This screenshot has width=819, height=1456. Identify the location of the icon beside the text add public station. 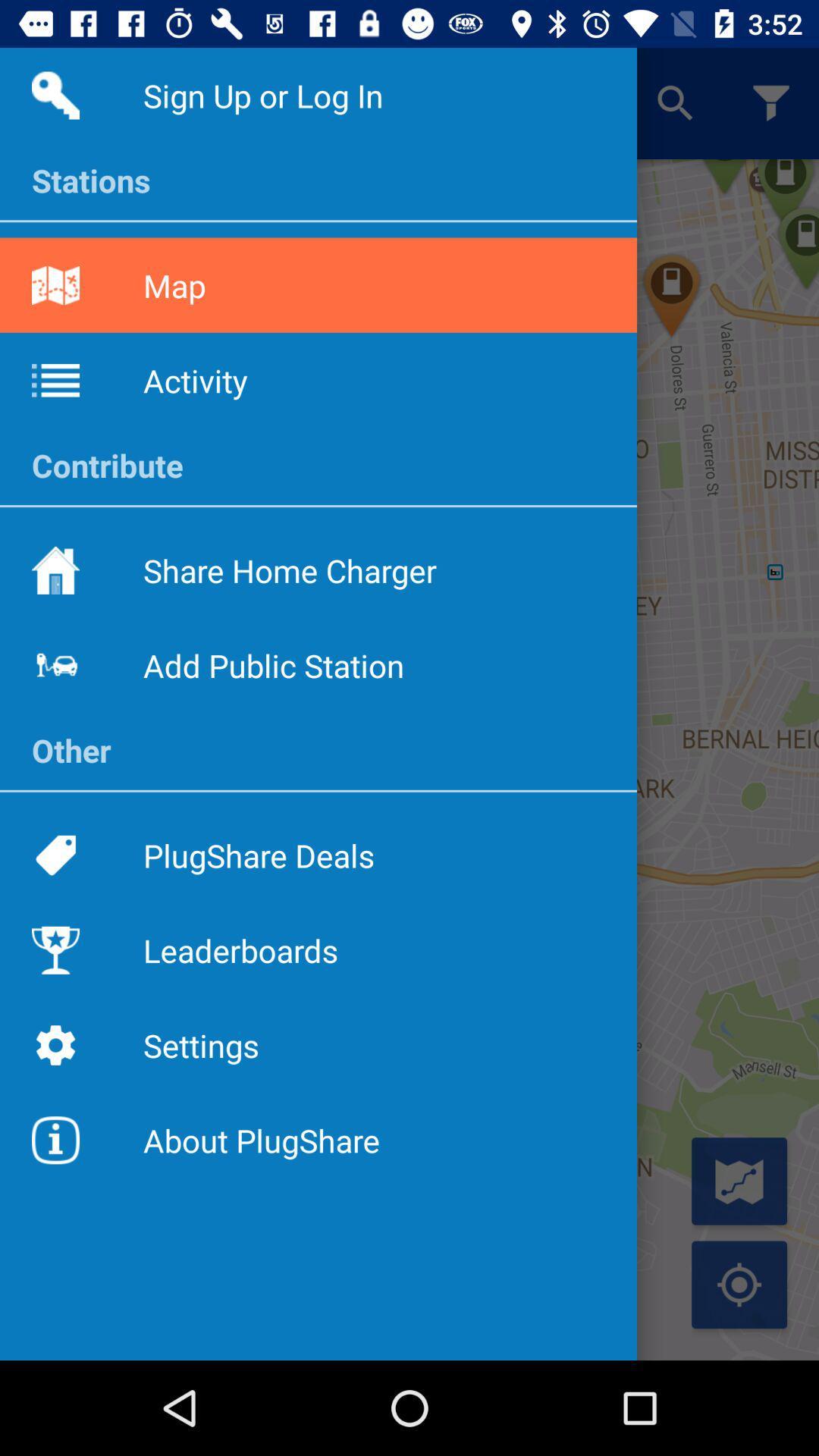
(55, 665).